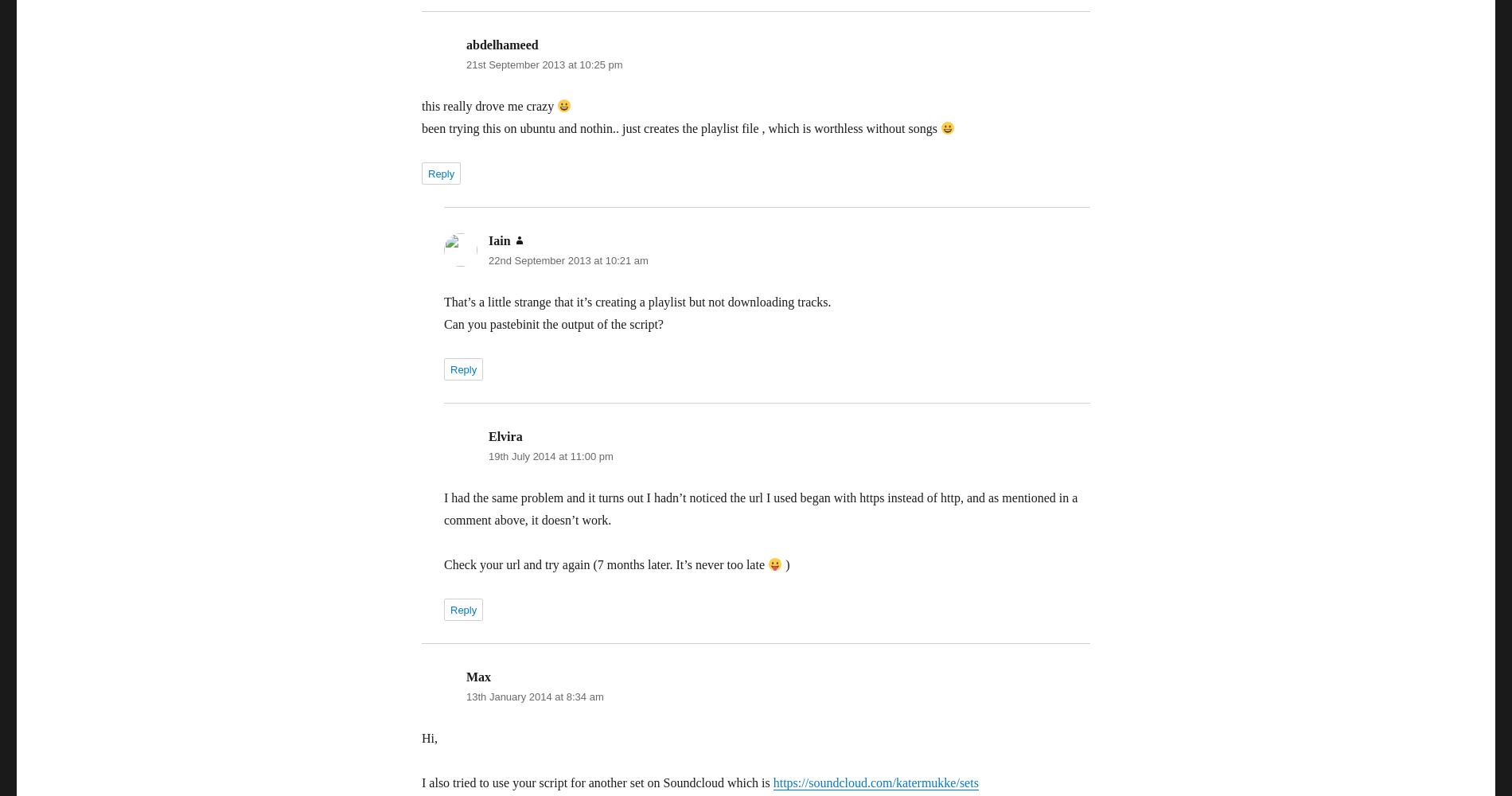 This screenshot has height=796, width=1512. What do you see at coordinates (489, 240) in the screenshot?
I see `'Iain'` at bounding box center [489, 240].